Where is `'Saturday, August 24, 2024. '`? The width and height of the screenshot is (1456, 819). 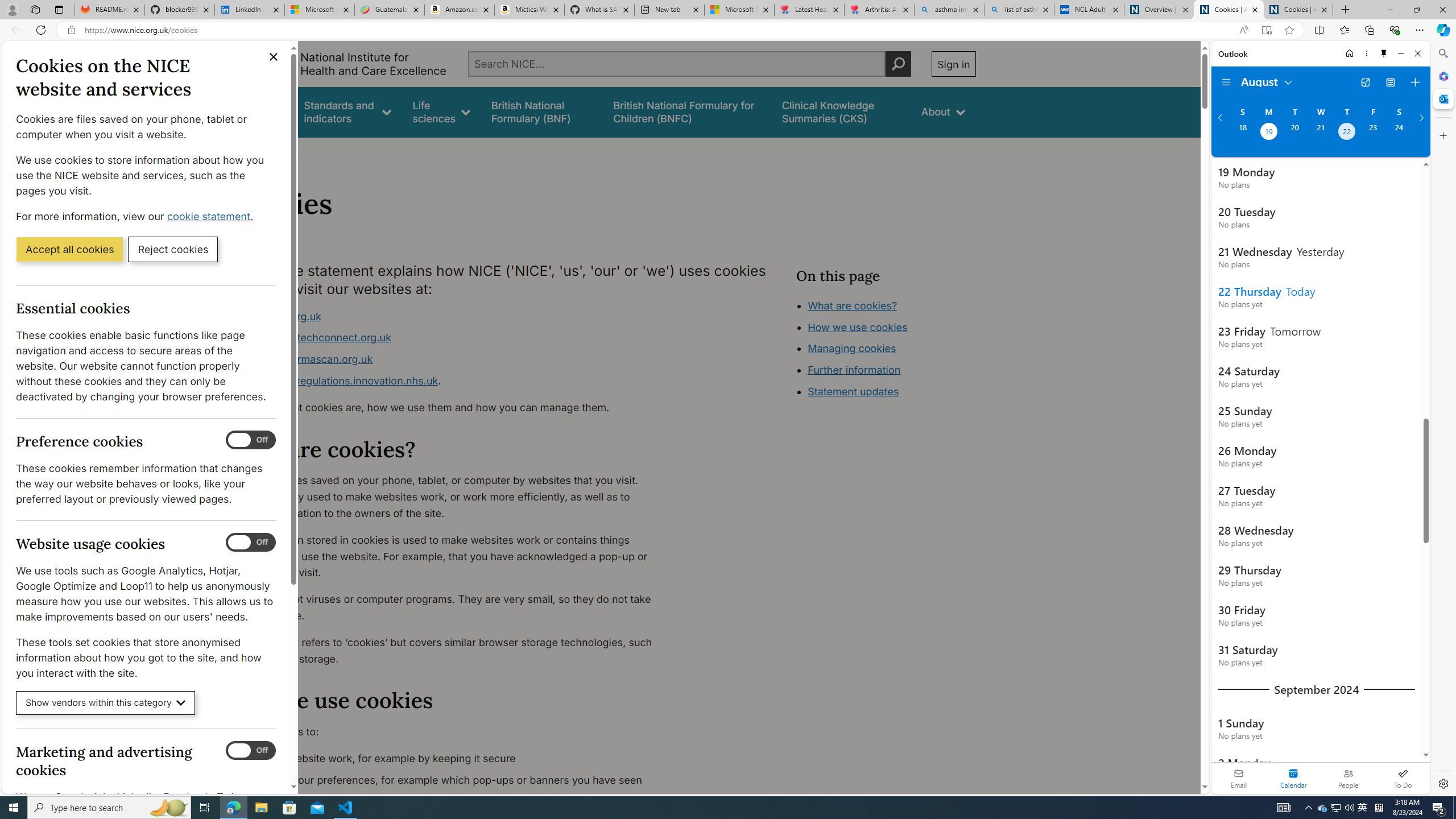
'Saturday, August 24, 2024. ' is located at coordinates (1399, 133).